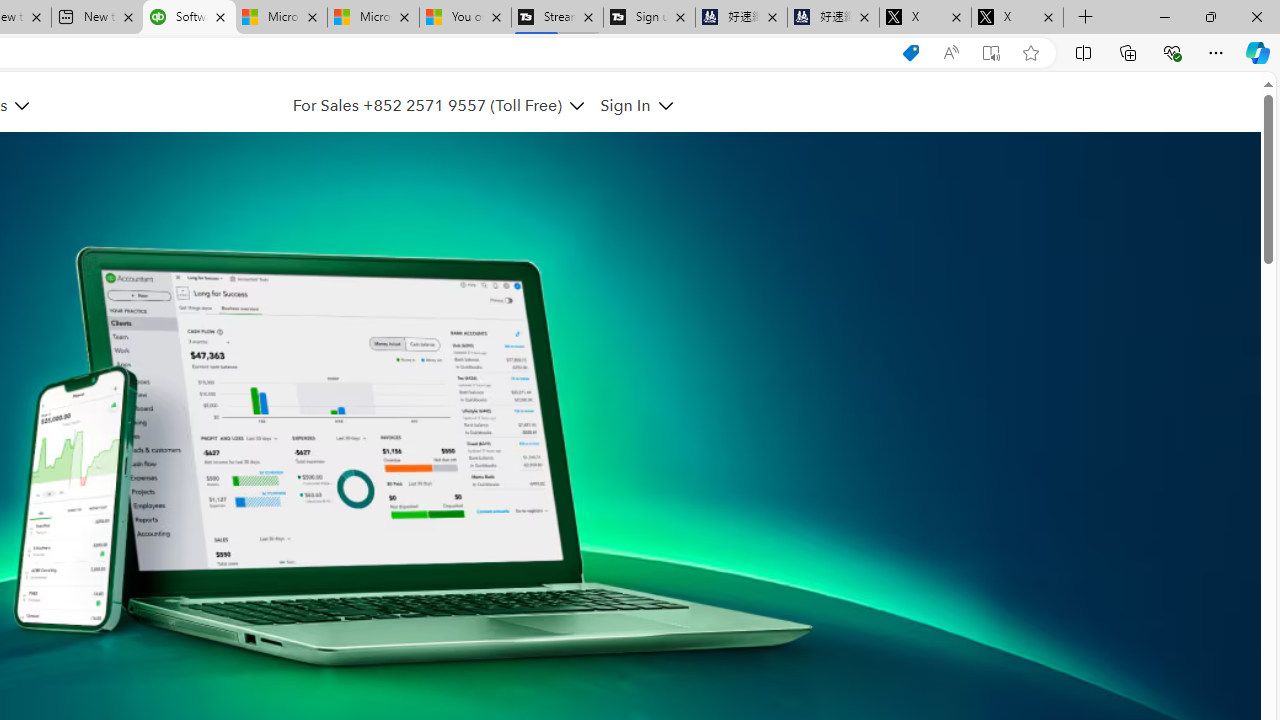 Image resolution: width=1280 pixels, height=720 pixels. Describe the element at coordinates (635, 105) in the screenshot. I see `'Sign In'` at that location.